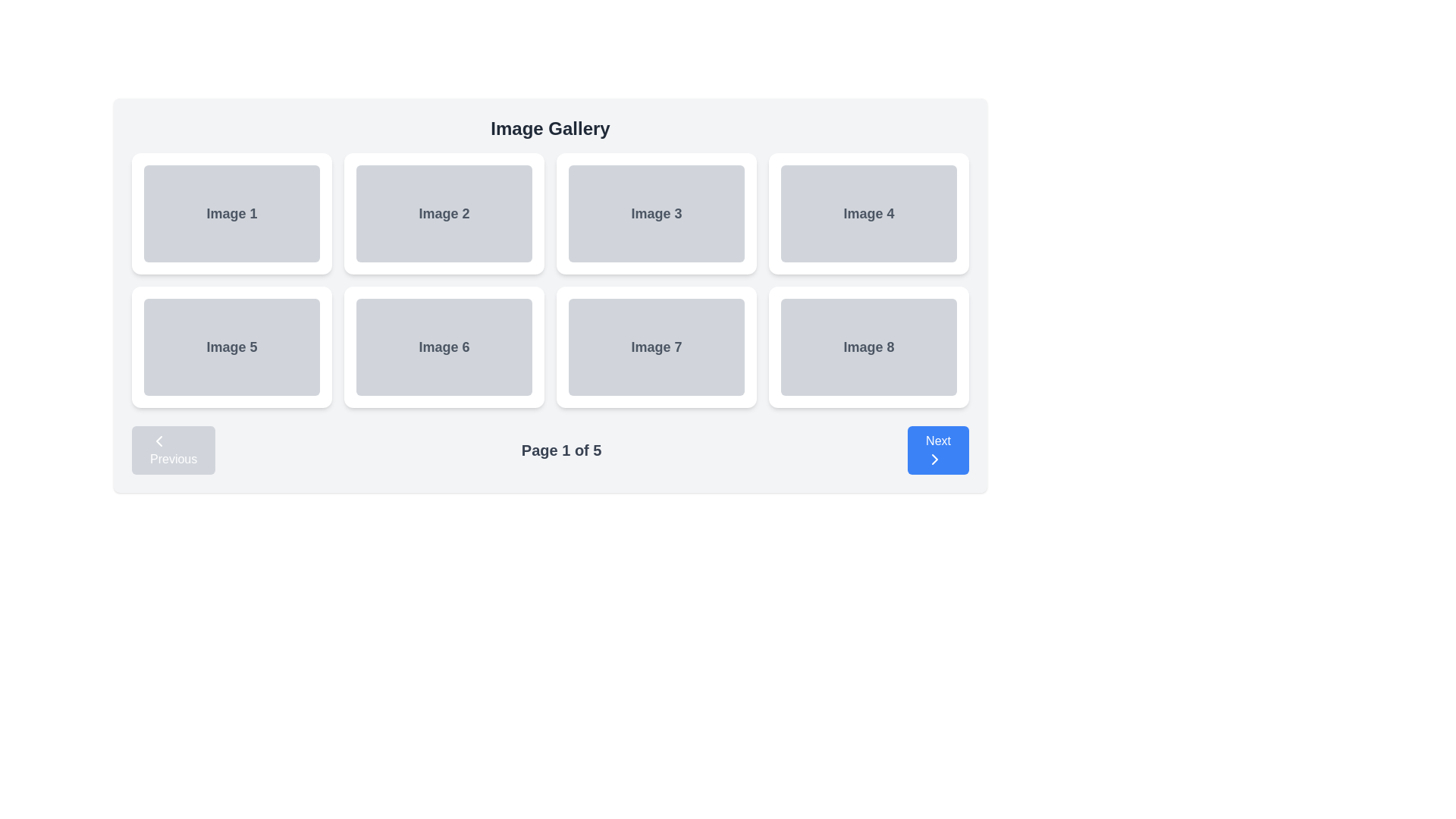 The width and height of the screenshot is (1456, 819). Describe the element at coordinates (656, 213) in the screenshot. I see `the static visual element labeled 'Image 3' with a gray background and rounded corners in the 'Image Gallery' interface` at that location.